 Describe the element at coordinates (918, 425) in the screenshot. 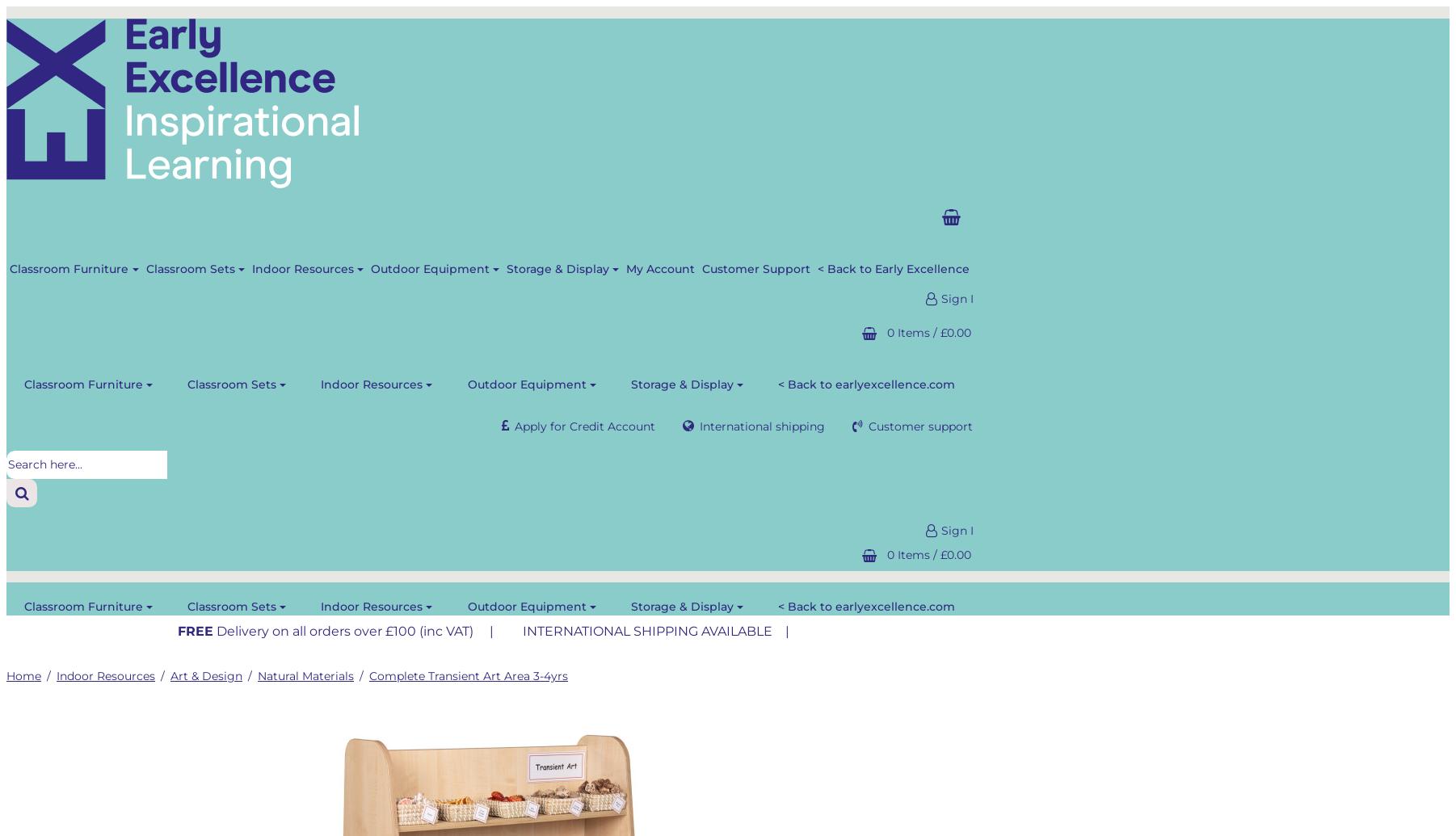

I see `'Customer support'` at that location.